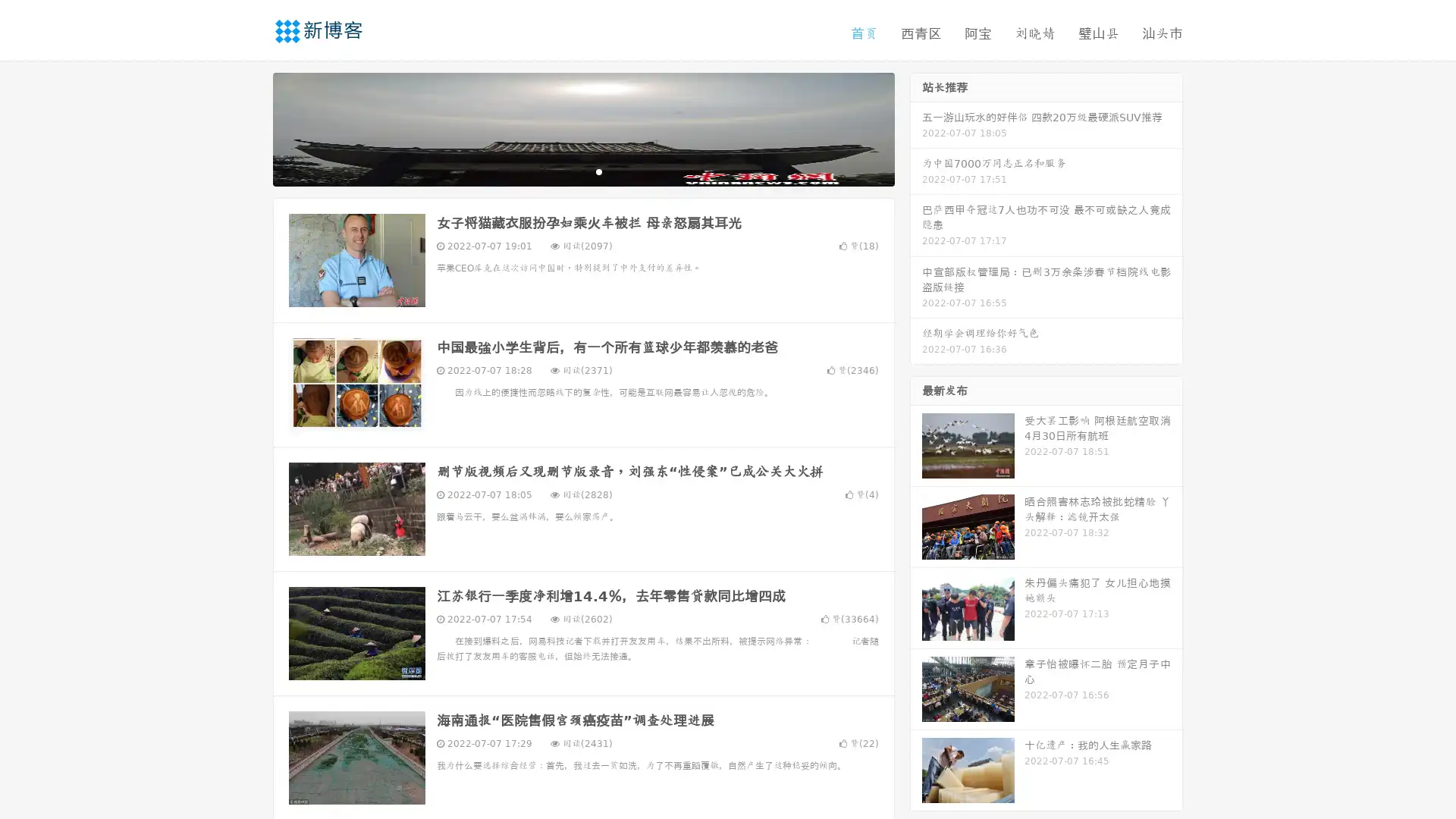  I want to click on Go to slide 2, so click(582, 171).